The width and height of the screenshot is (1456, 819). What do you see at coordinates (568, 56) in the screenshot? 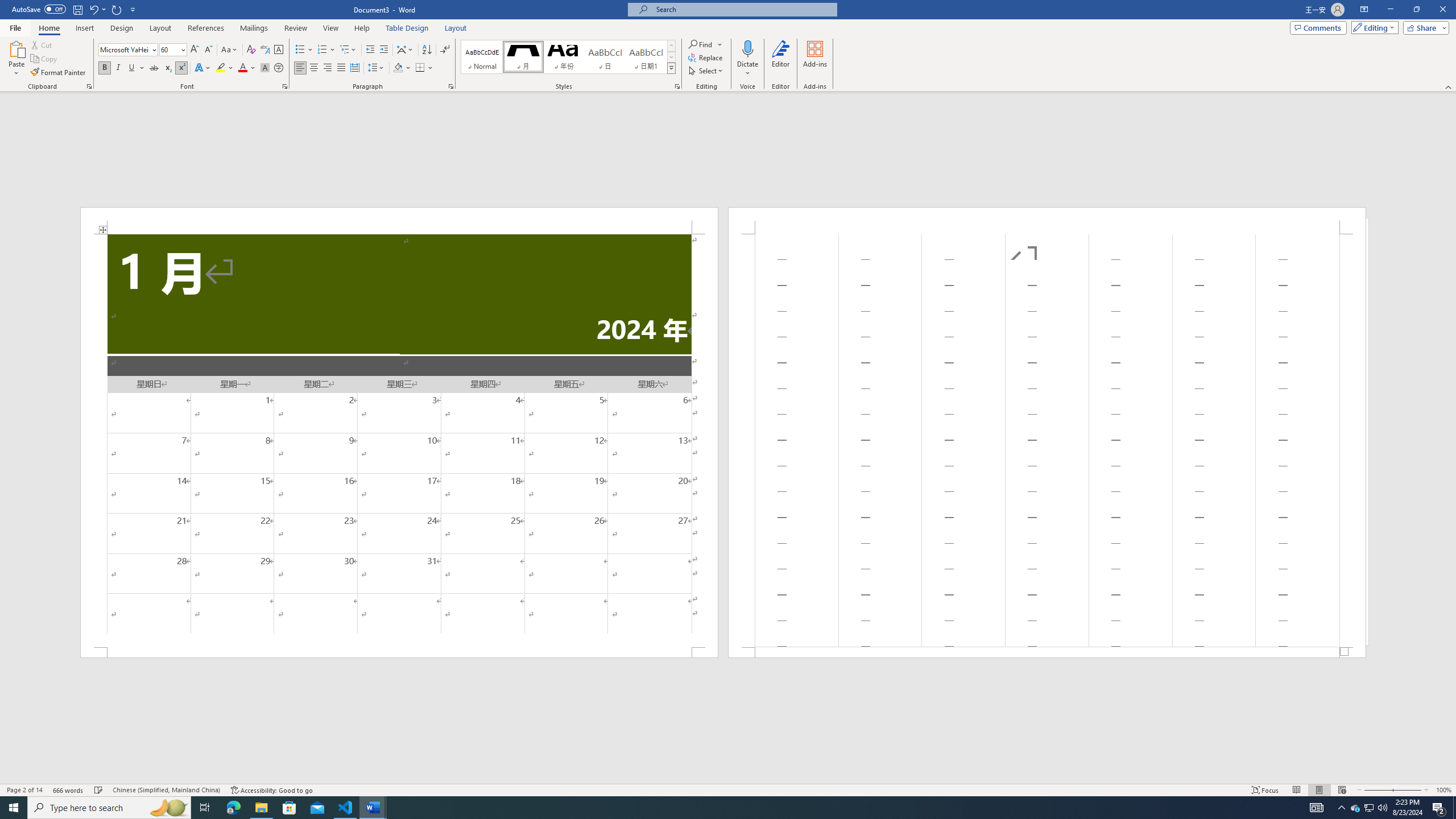
I see `'AutomationID: QuickStylesGallery'` at bounding box center [568, 56].